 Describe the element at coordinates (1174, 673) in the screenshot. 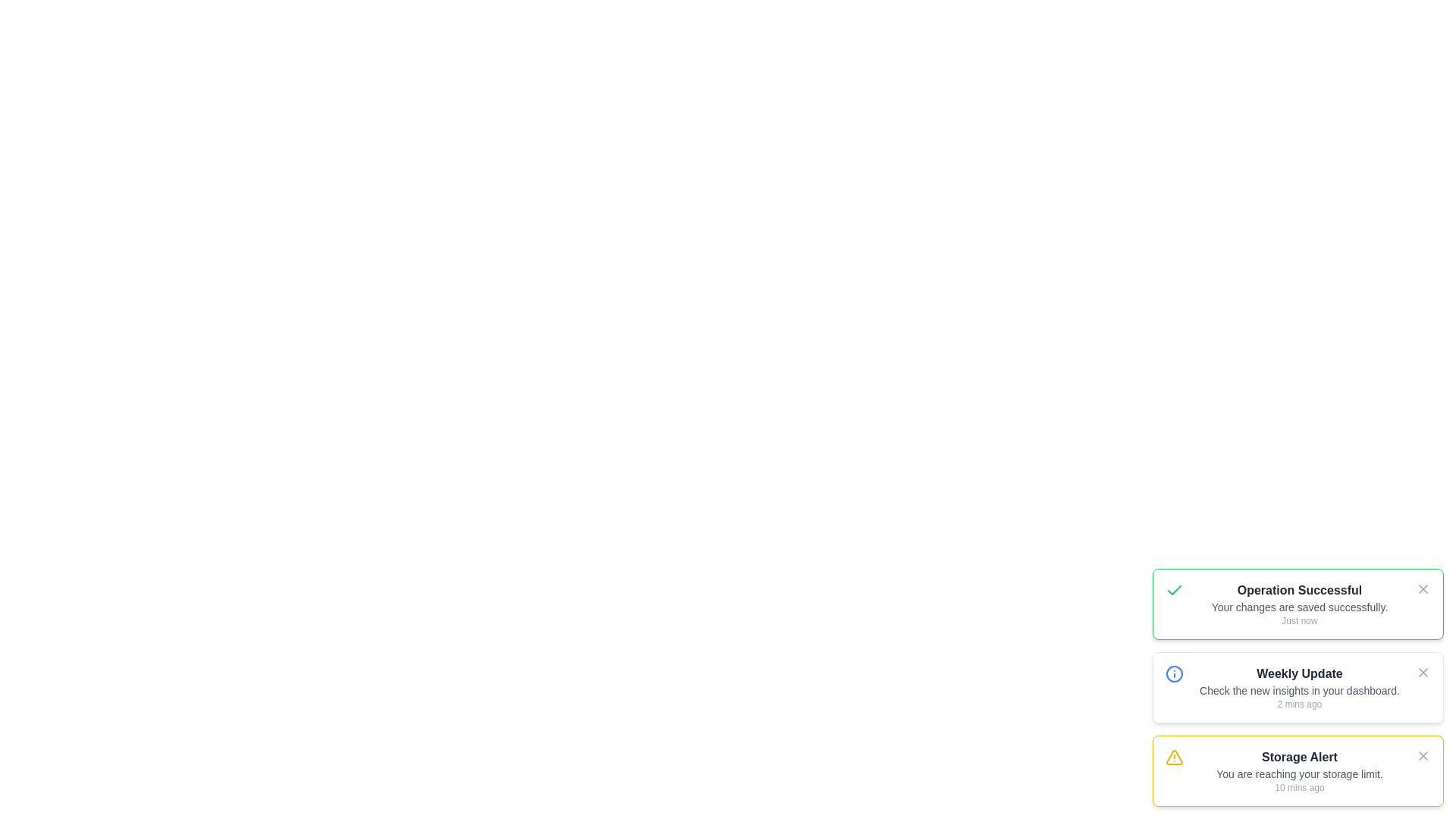

I see `the circular blue icon with an information symbol located in the top-left corner of the 'Weekly Update' notification box` at that location.